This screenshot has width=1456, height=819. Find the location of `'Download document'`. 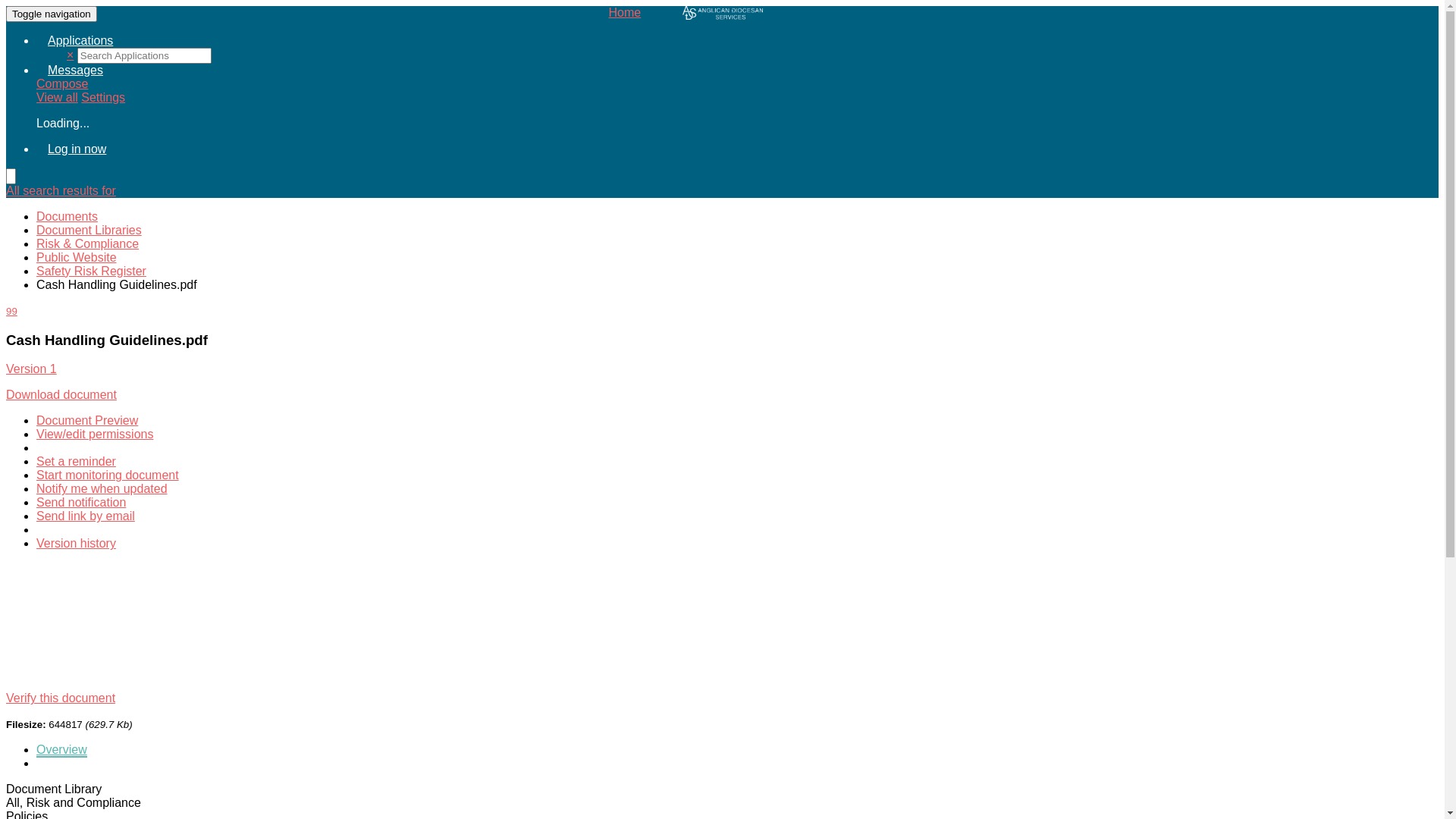

'Download document' is located at coordinates (61, 394).